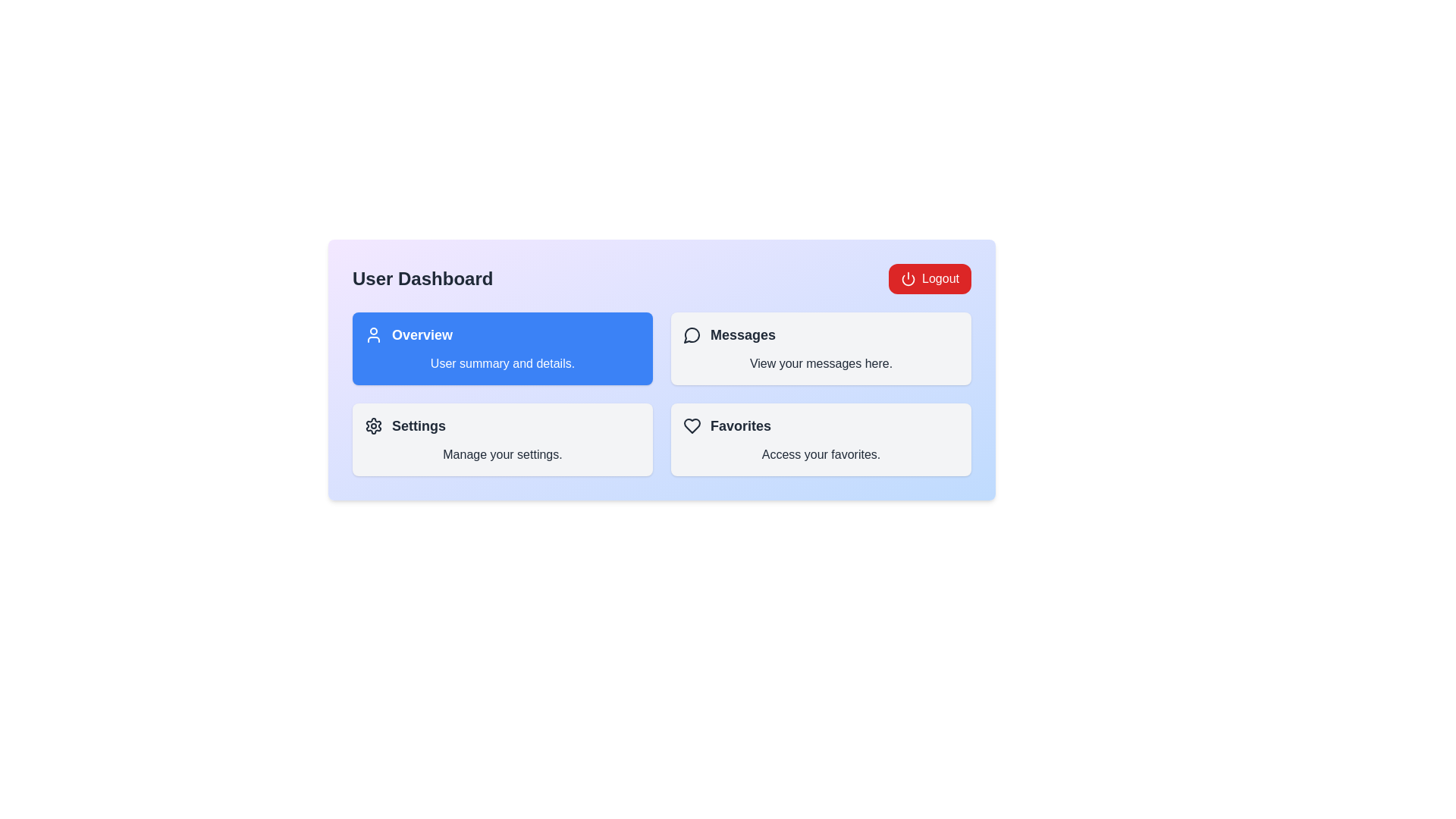  I want to click on the descriptive text located beneath the 'Overview' header in the 'User Dashboard' interface, so click(502, 363).